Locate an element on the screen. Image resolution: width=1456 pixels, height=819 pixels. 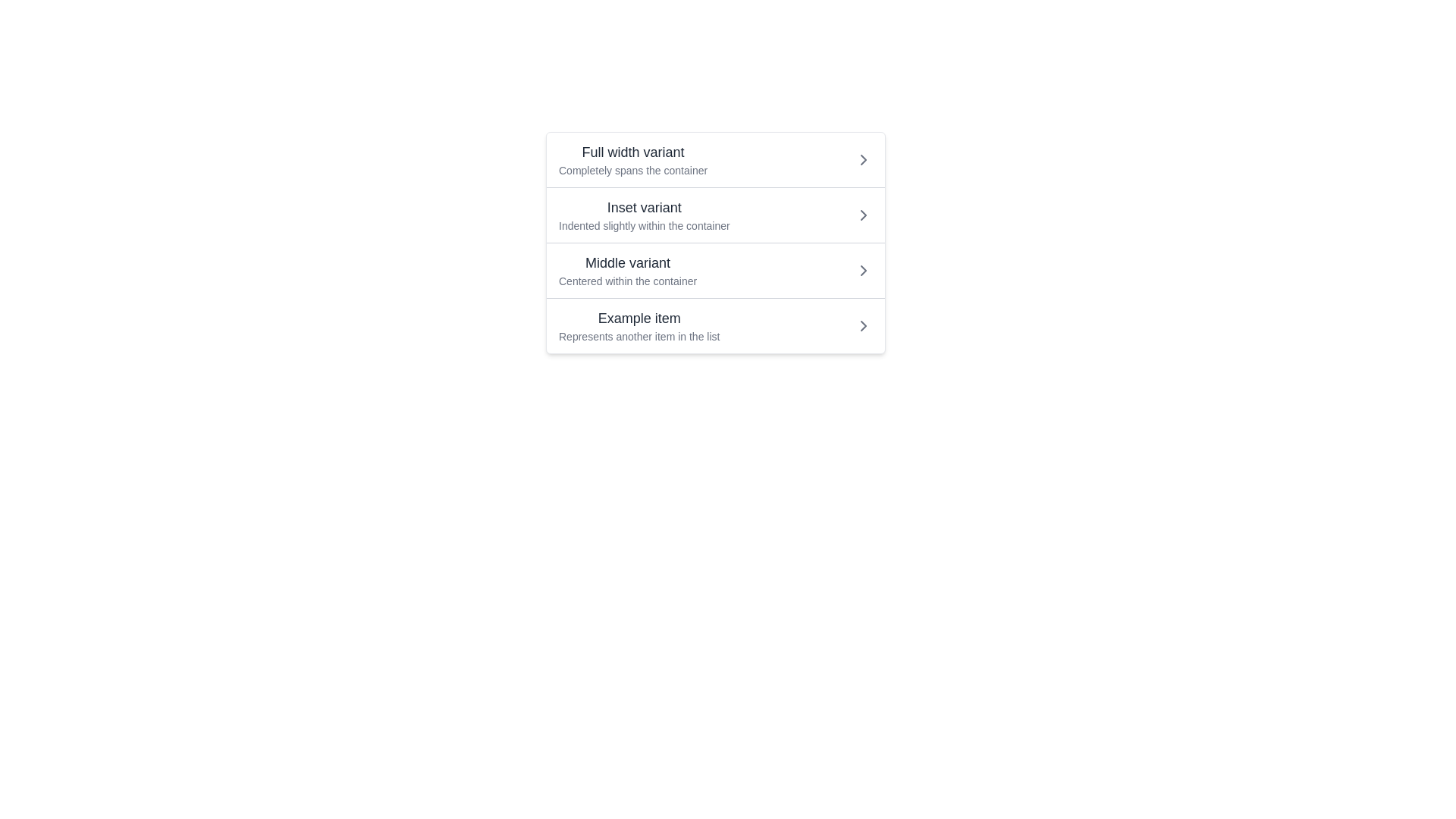
the chevron arrow icon located to the far-right of the first row labeled 'Full width variant' in a vertical list of options is located at coordinates (863, 160).